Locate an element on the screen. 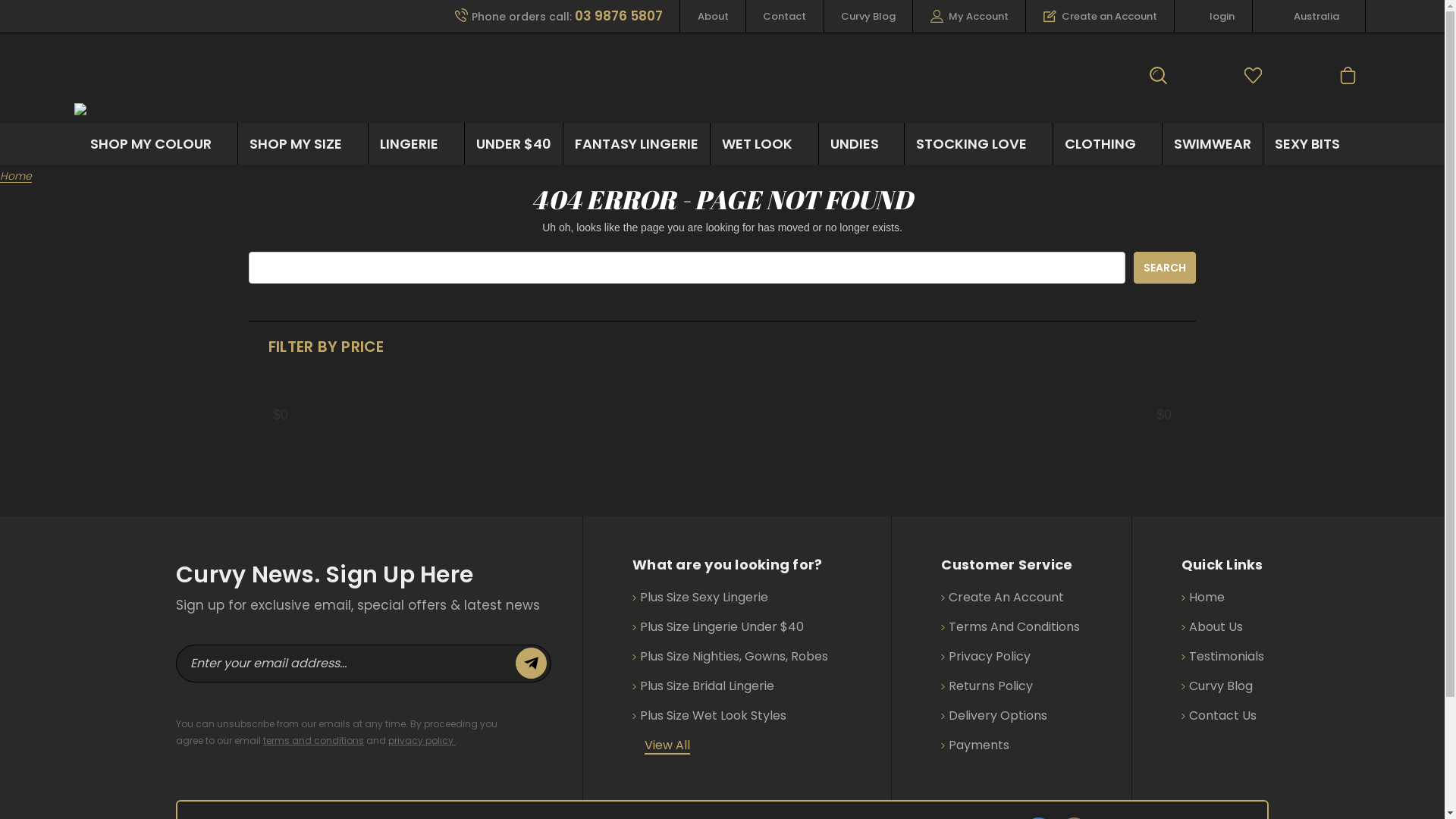 The height and width of the screenshot is (819, 1456). 'View All' is located at coordinates (667, 745).